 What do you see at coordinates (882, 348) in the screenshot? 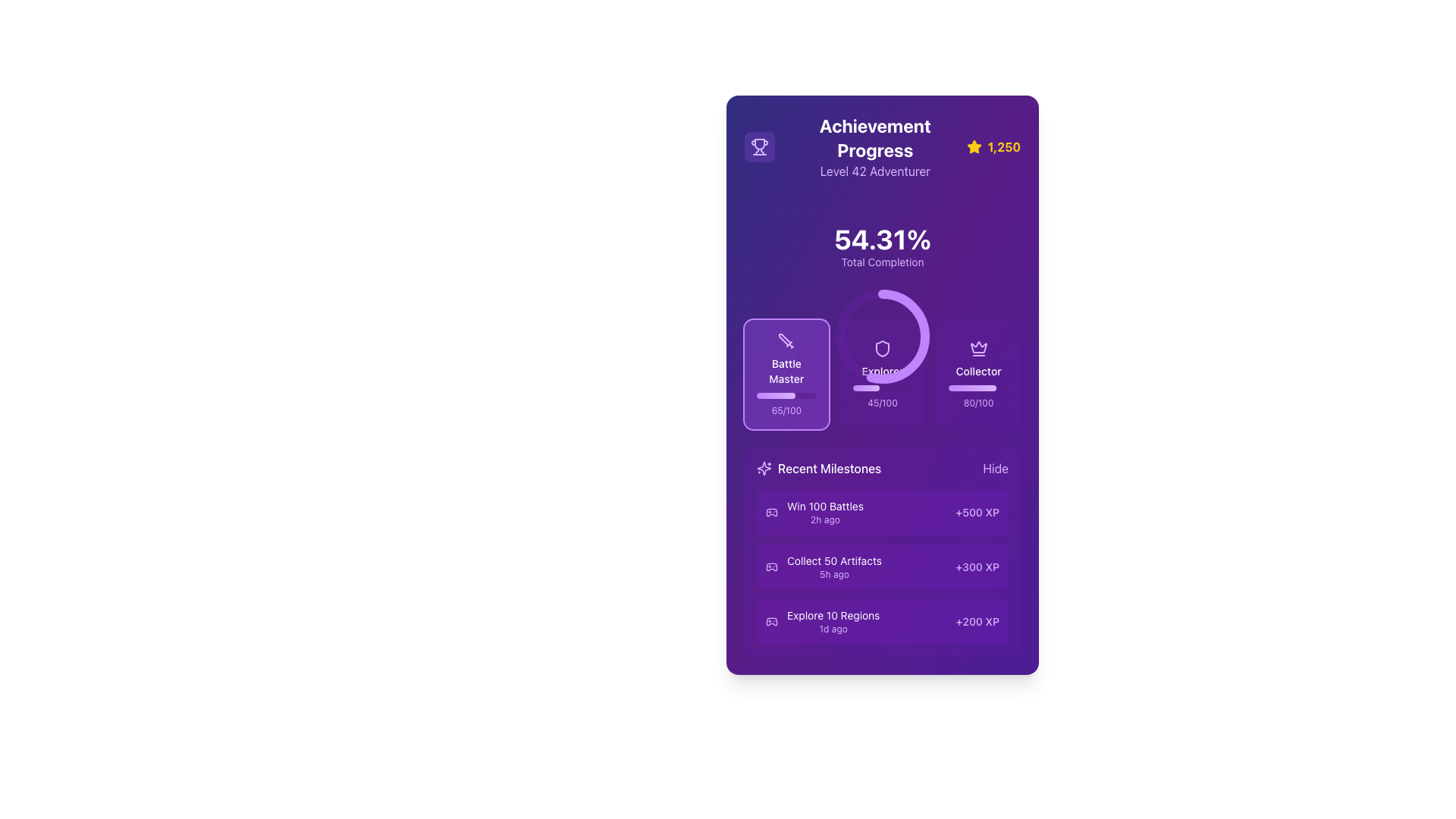
I see `the appearance of the Graphic Icon located in the 'Achievement Progress' section, which visually represents category or achievement types adjacent to textual descriptions` at bounding box center [882, 348].